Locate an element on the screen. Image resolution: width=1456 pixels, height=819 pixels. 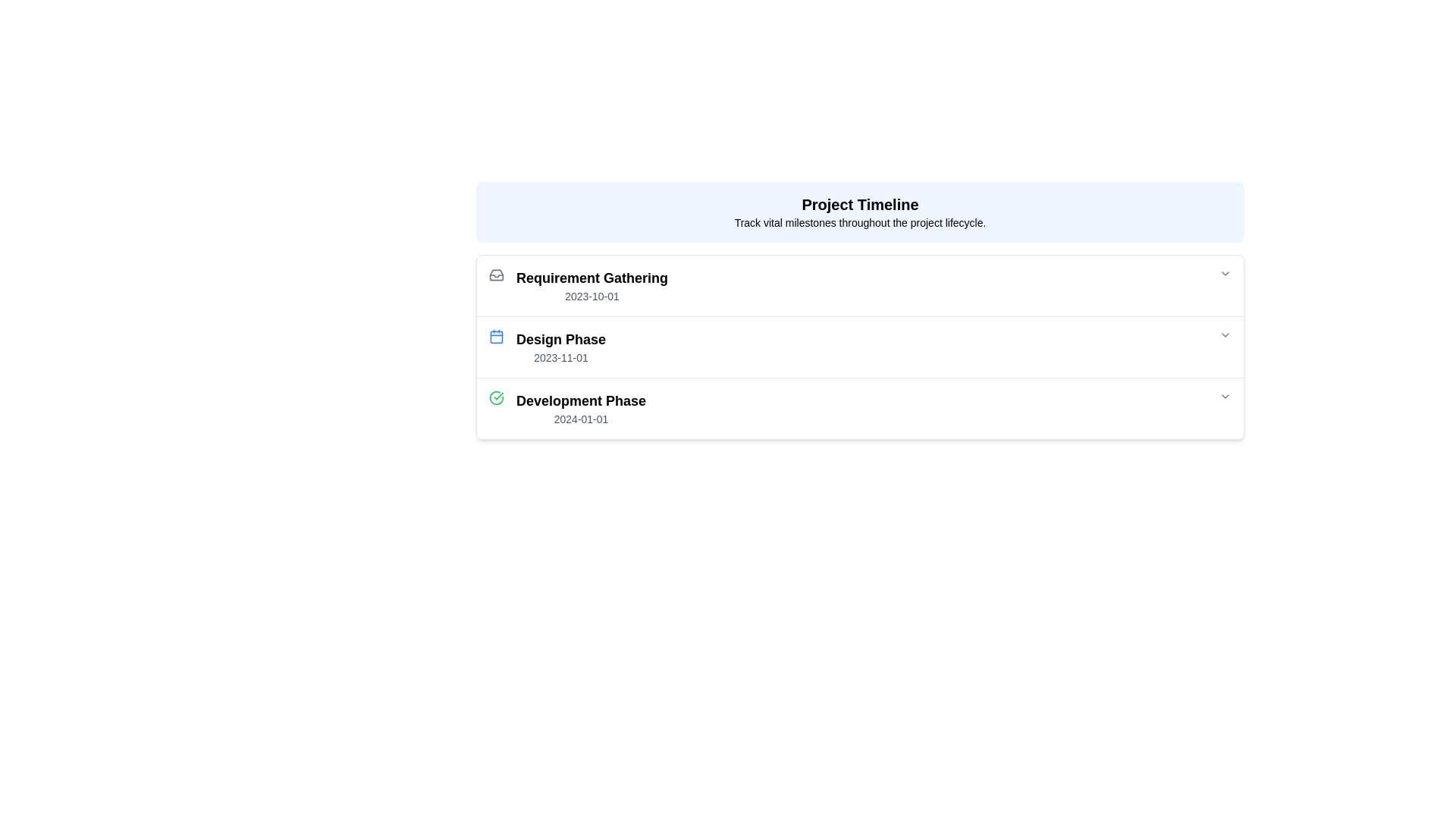
the Text Label that provides information about the date associated with the 'Design Phase', located directly below the 'Design Phase' label in the second section of a vertical list is located at coordinates (560, 357).